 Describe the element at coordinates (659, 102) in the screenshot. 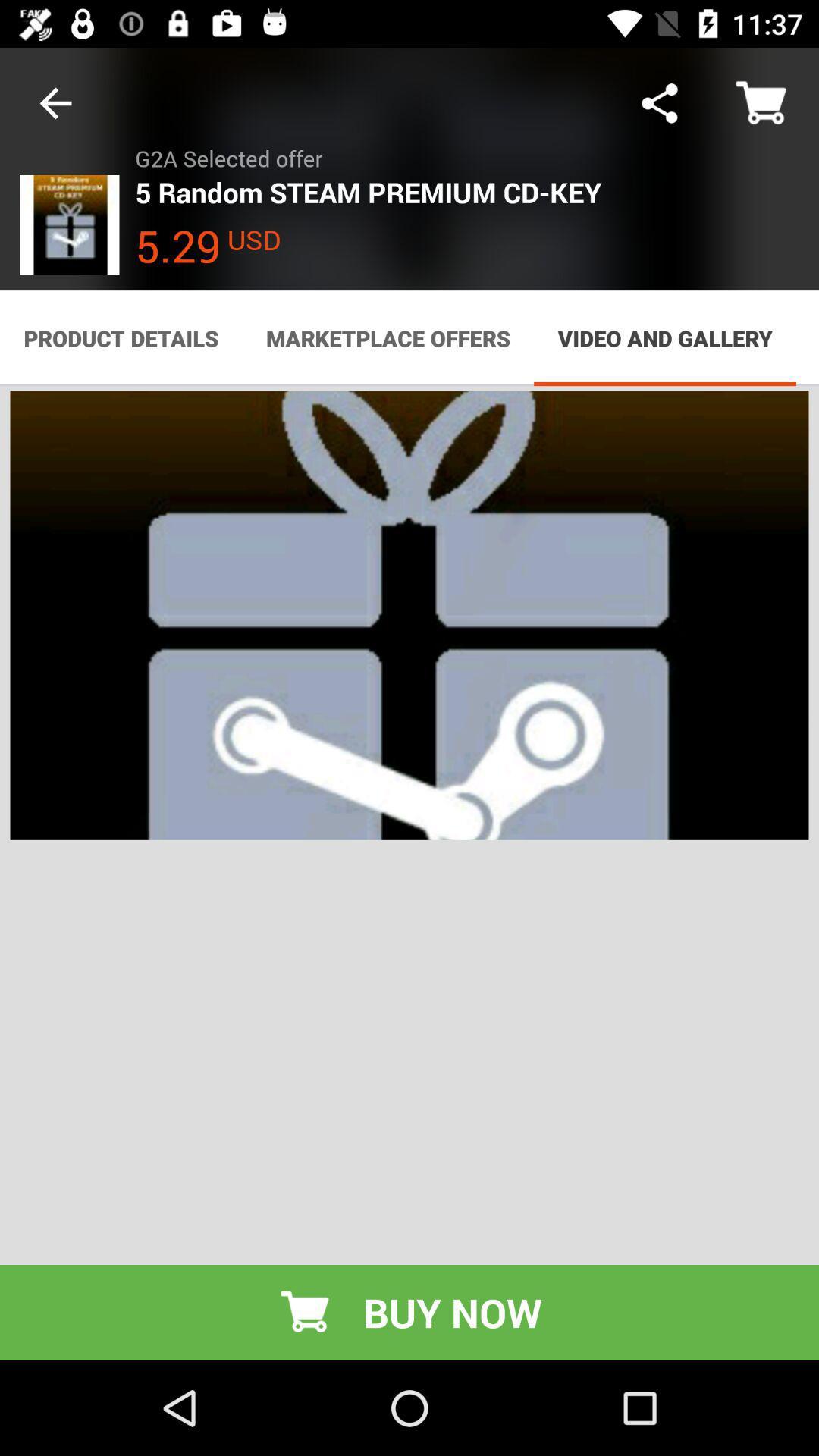

I see `icon above 5 random steam item` at that location.